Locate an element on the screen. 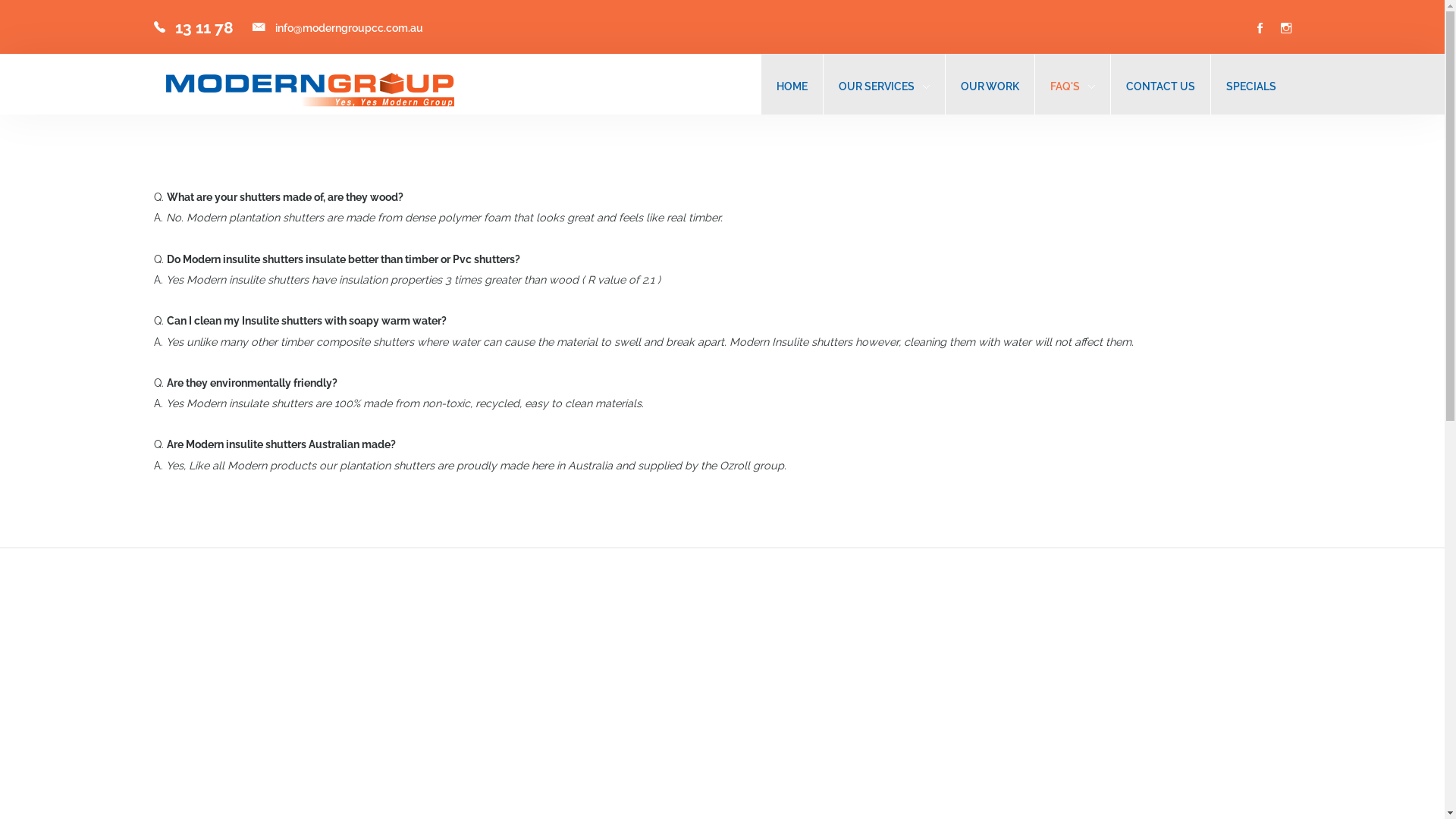 The width and height of the screenshot is (1456, 819). '13 11 78' is located at coordinates (202, 27).